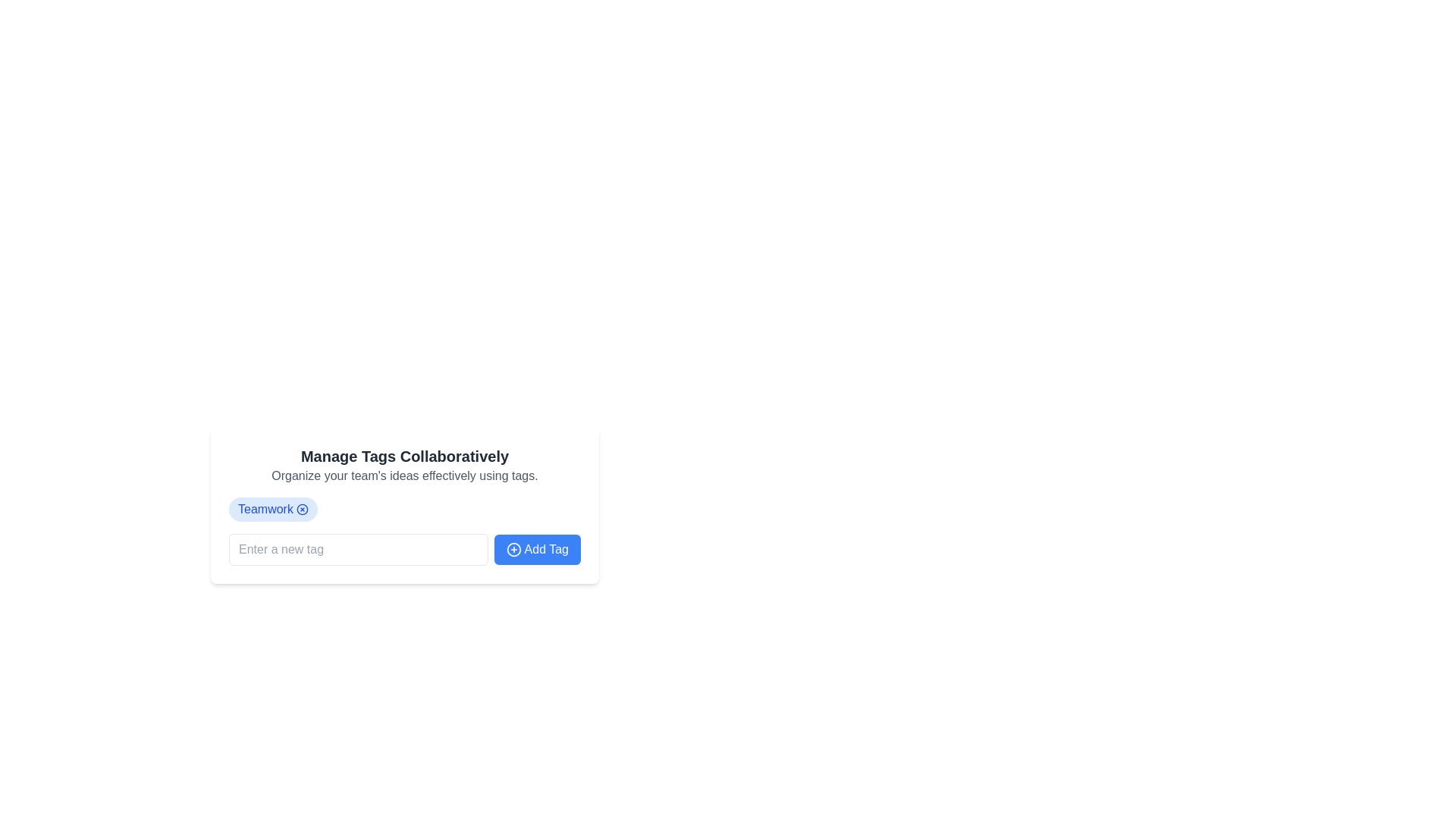 The image size is (1456, 819). What do you see at coordinates (302, 509) in the screenshot?
I see `the Close button, which is a small circle icon with an 'X' inside it, located on the far-right within the rounded tag labeled 'Teamwork'` at bounding box center [302, 509].